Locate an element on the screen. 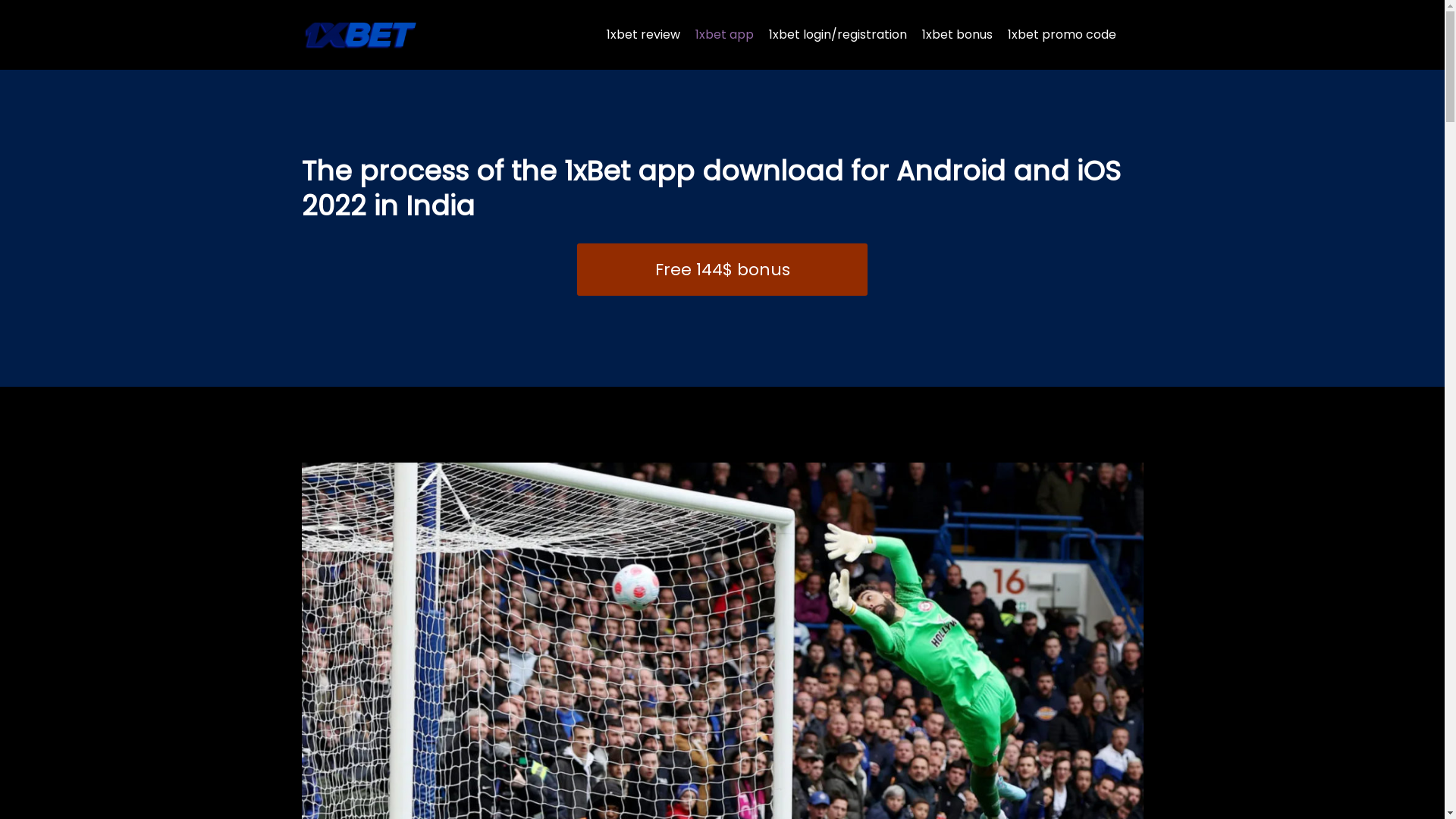  '1xbet promo code' is located at coordinates (1060, 34).